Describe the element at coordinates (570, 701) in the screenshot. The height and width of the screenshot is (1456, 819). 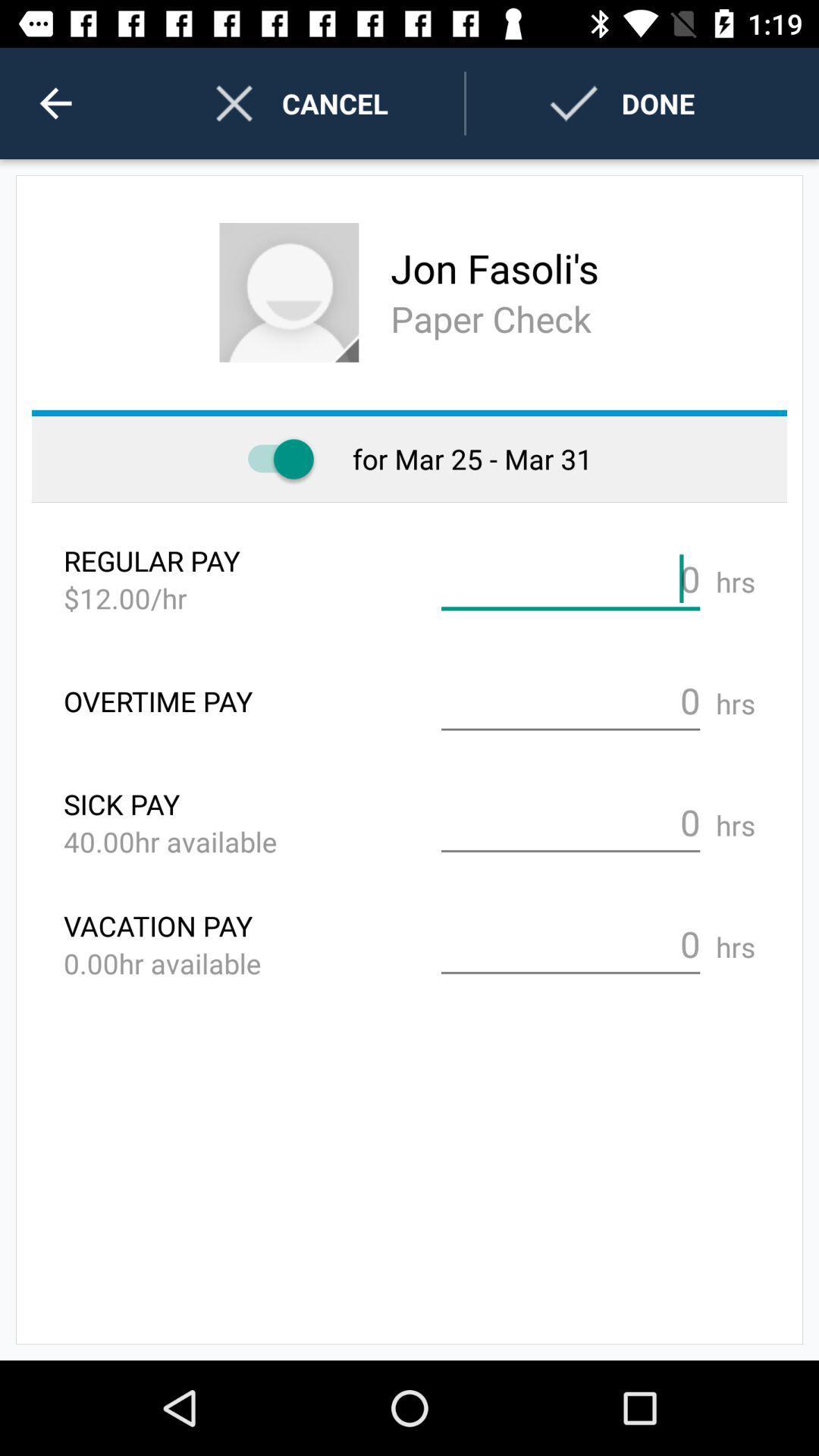
I see `the text field which is right to the text overtime pay` at that location.